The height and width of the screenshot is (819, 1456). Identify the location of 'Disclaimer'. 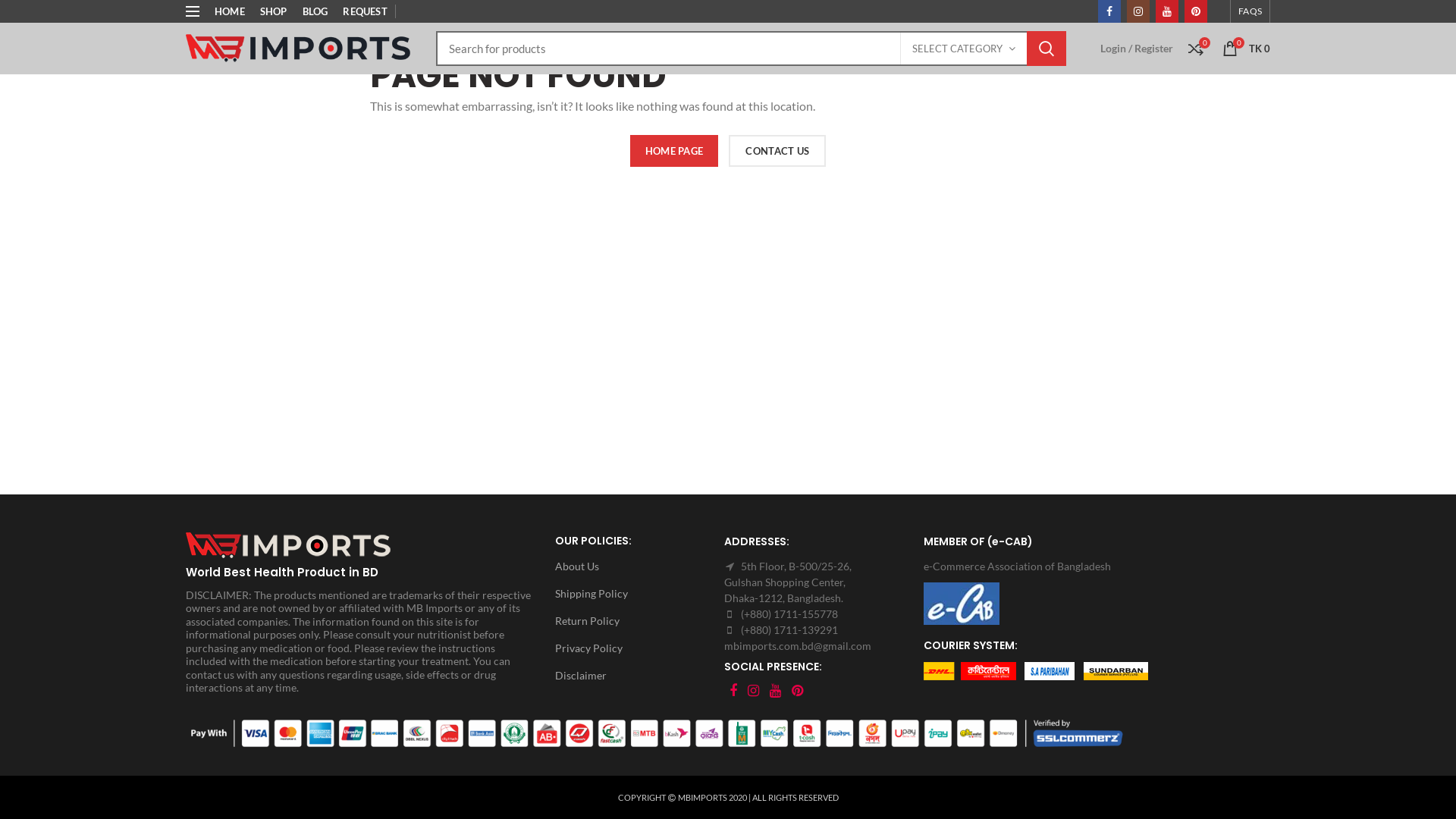
(635, 675).